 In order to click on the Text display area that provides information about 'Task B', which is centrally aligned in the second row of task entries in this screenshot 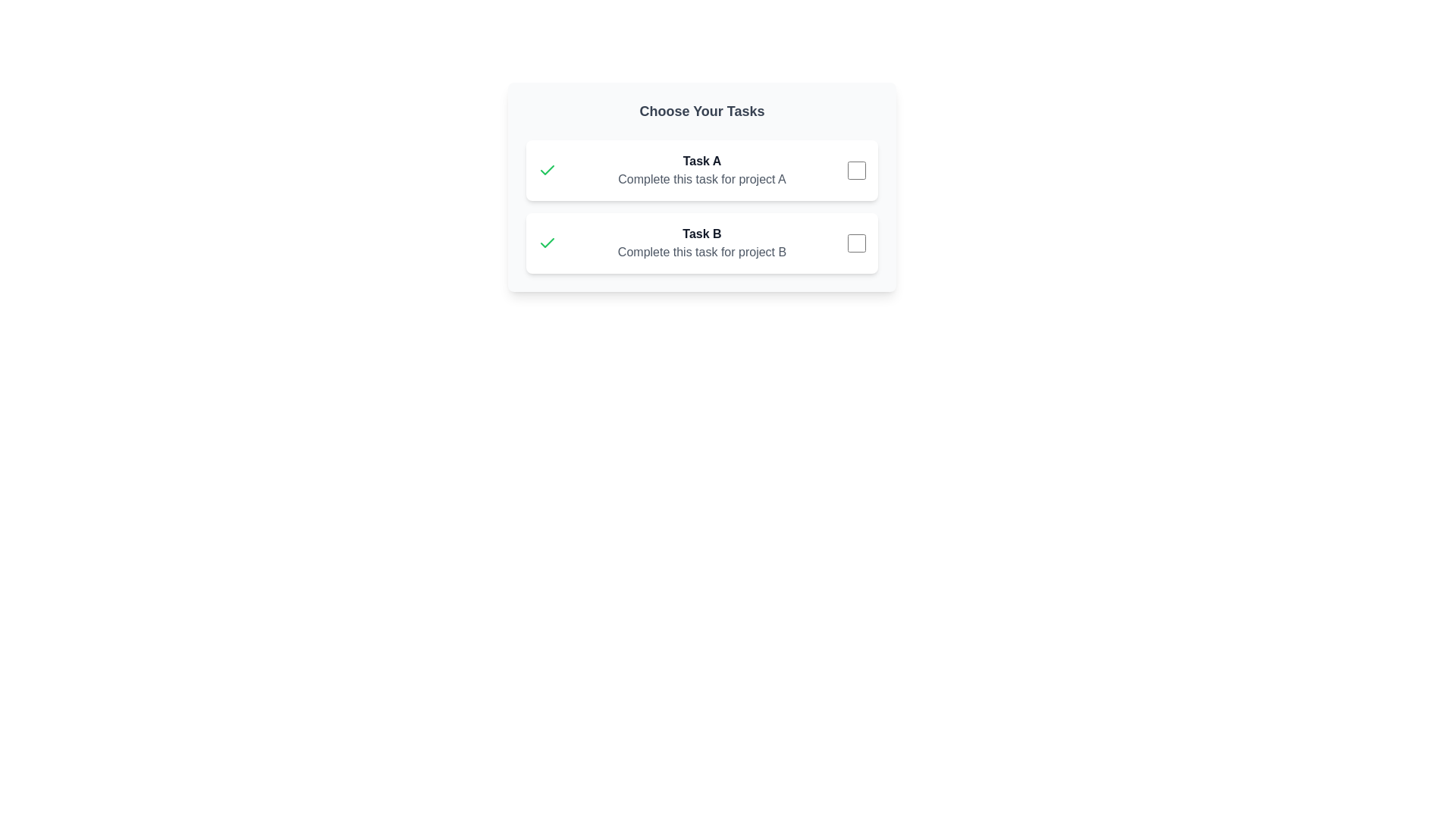, I will do `click(701, 242)`.